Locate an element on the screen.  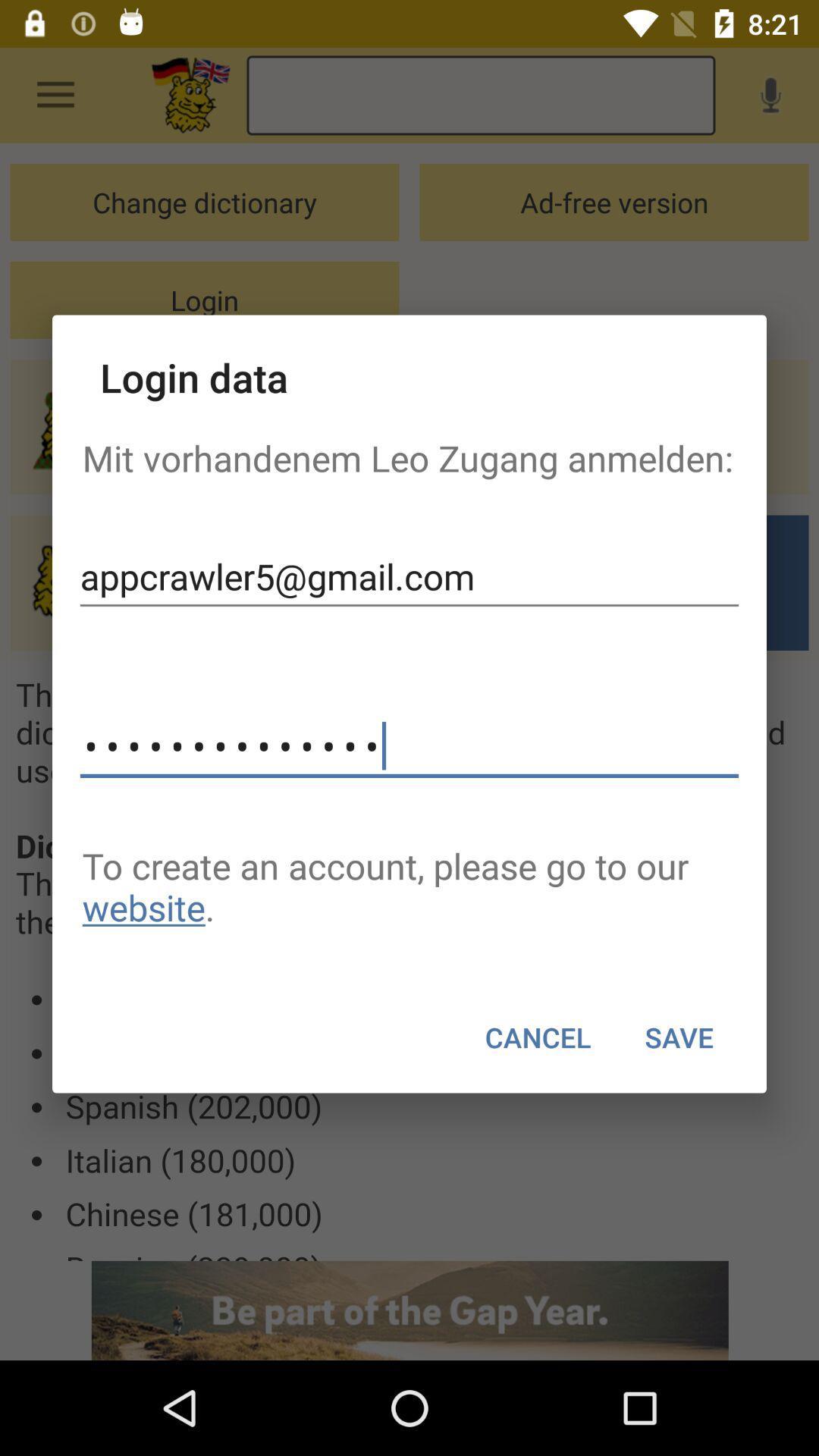
item above cancel icon is located at coordinates (409, 886).